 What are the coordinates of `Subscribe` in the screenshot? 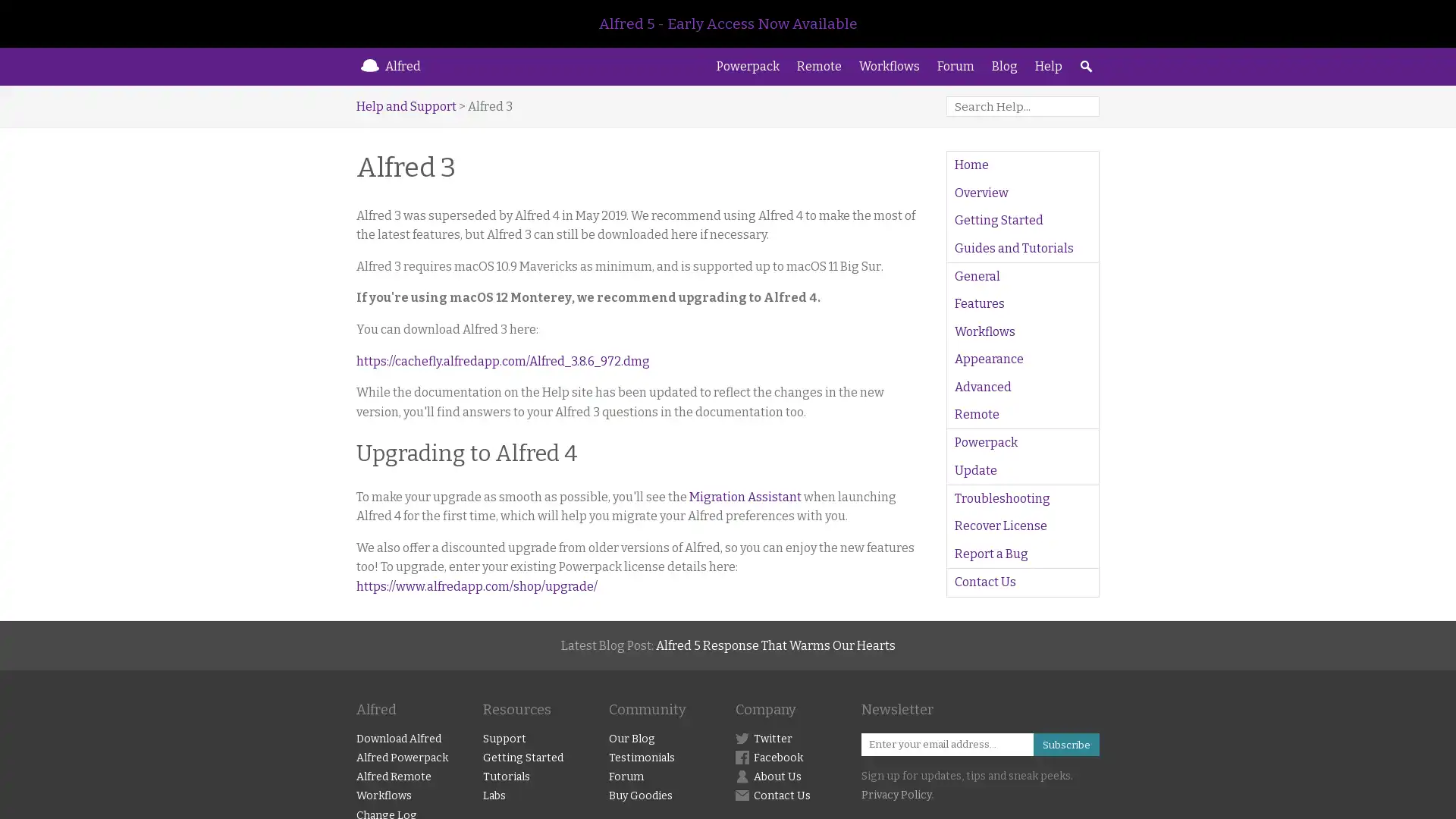 It's located at (1065, 742).